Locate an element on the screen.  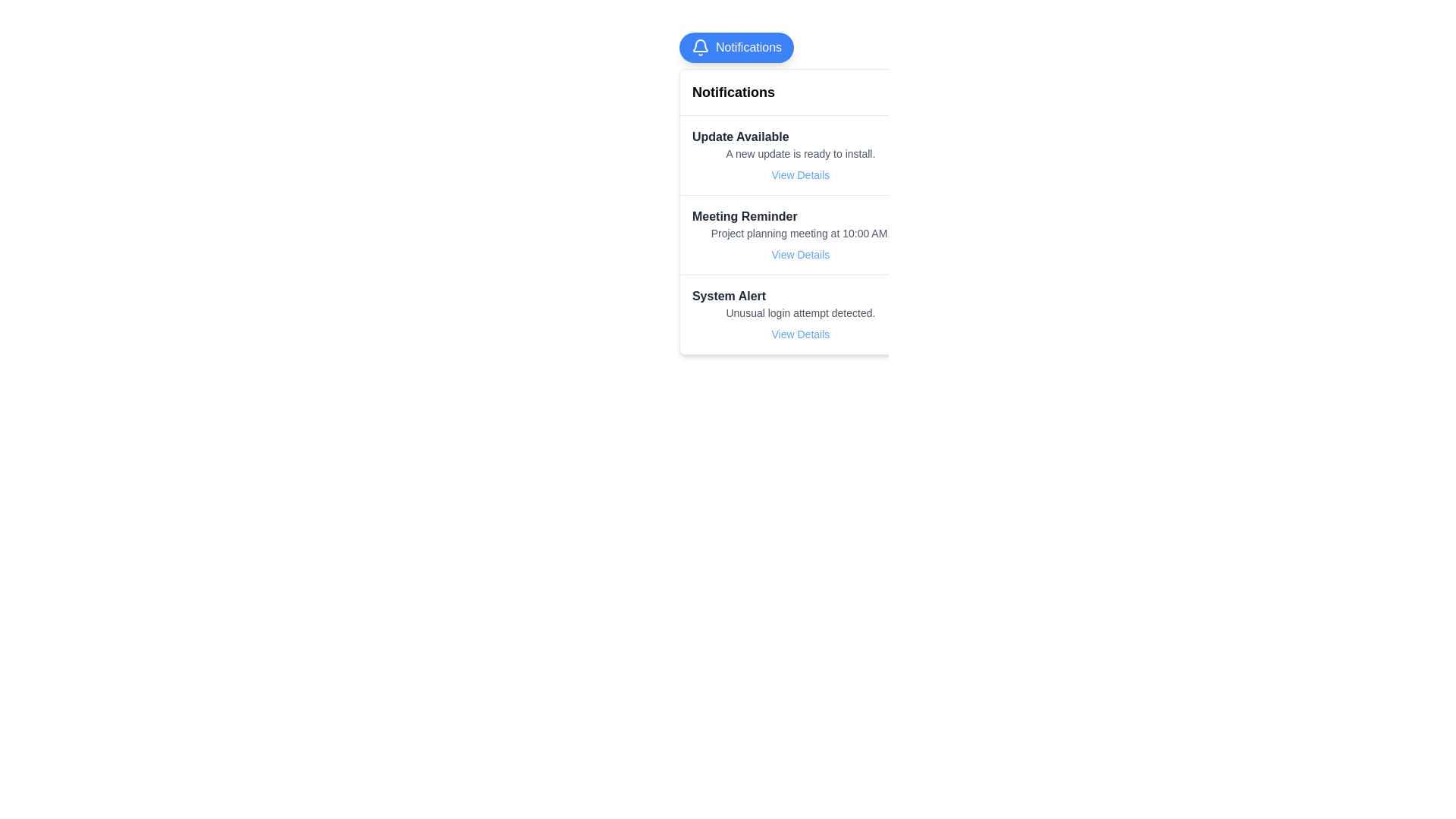
title 'Meeting Reminder' and the description 'Project planning meeting at 10:00 AM.' from the second notification card in the notification list is located at coordinates (800, 235).